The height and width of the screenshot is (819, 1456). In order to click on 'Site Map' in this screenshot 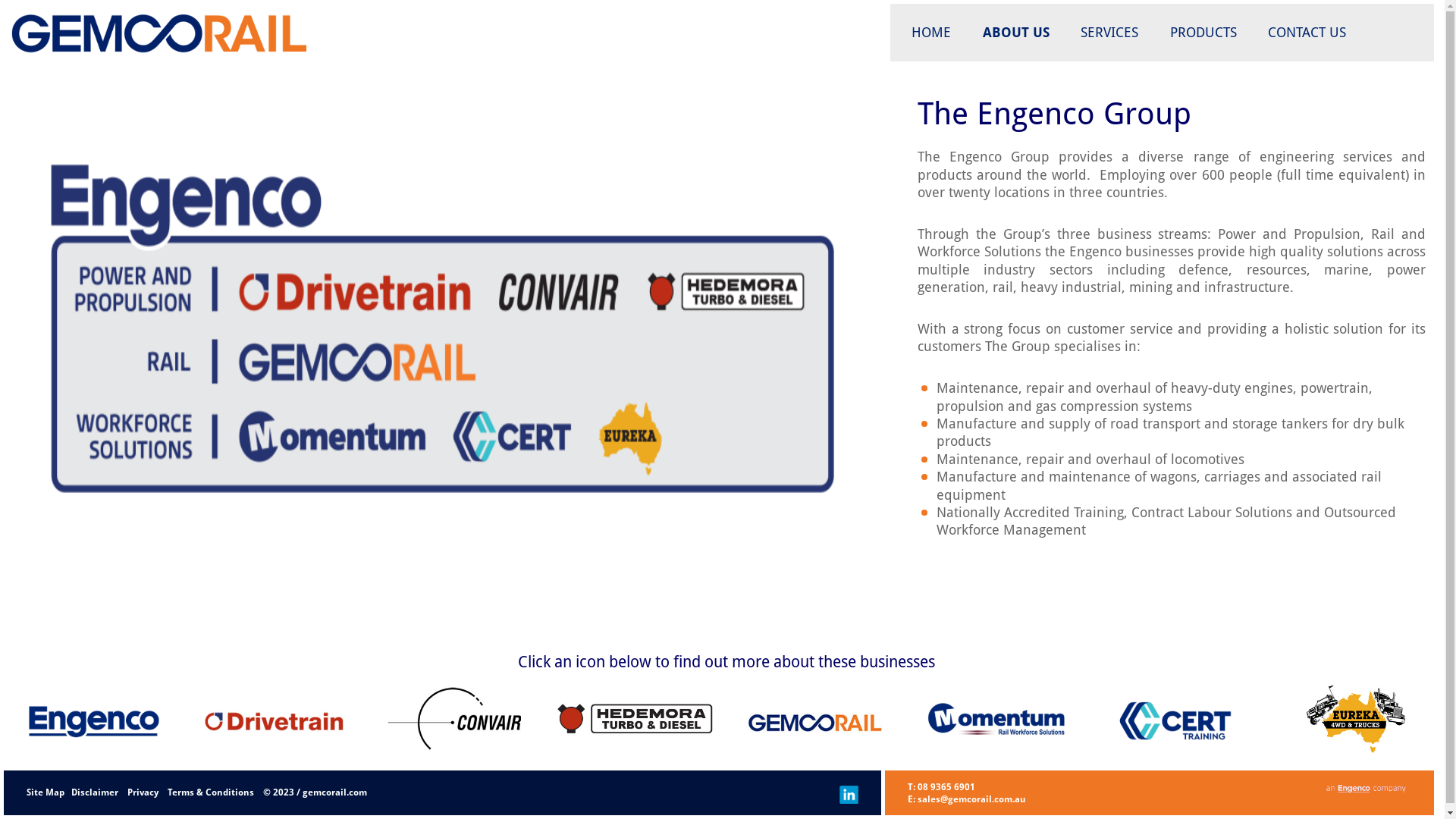, I will do `click(26, 792)`.